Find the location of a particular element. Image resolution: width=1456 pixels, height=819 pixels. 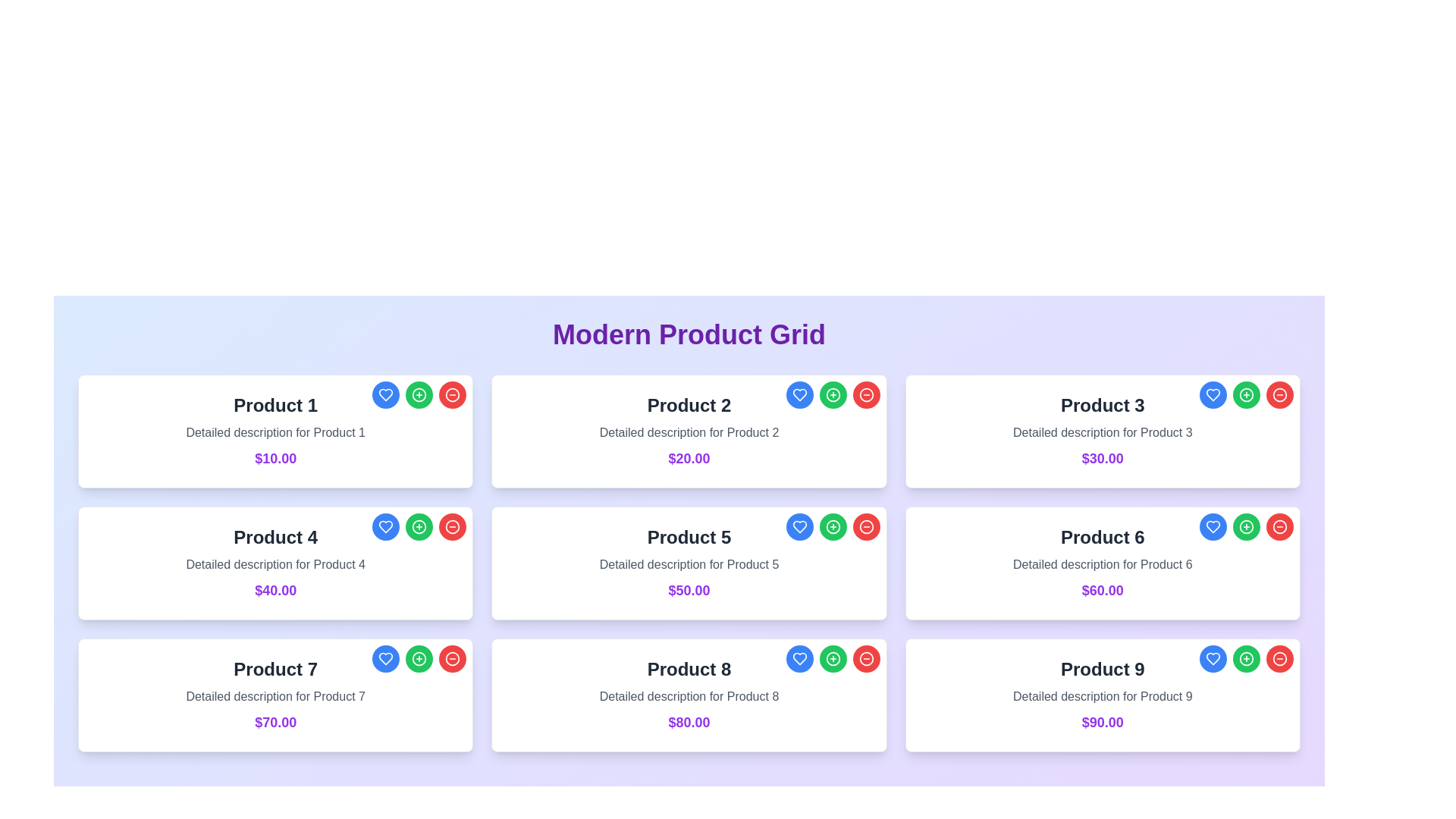

the minus icon in the rightmost corner of the card for 'Product 7' is located at coordinates (452, 657).